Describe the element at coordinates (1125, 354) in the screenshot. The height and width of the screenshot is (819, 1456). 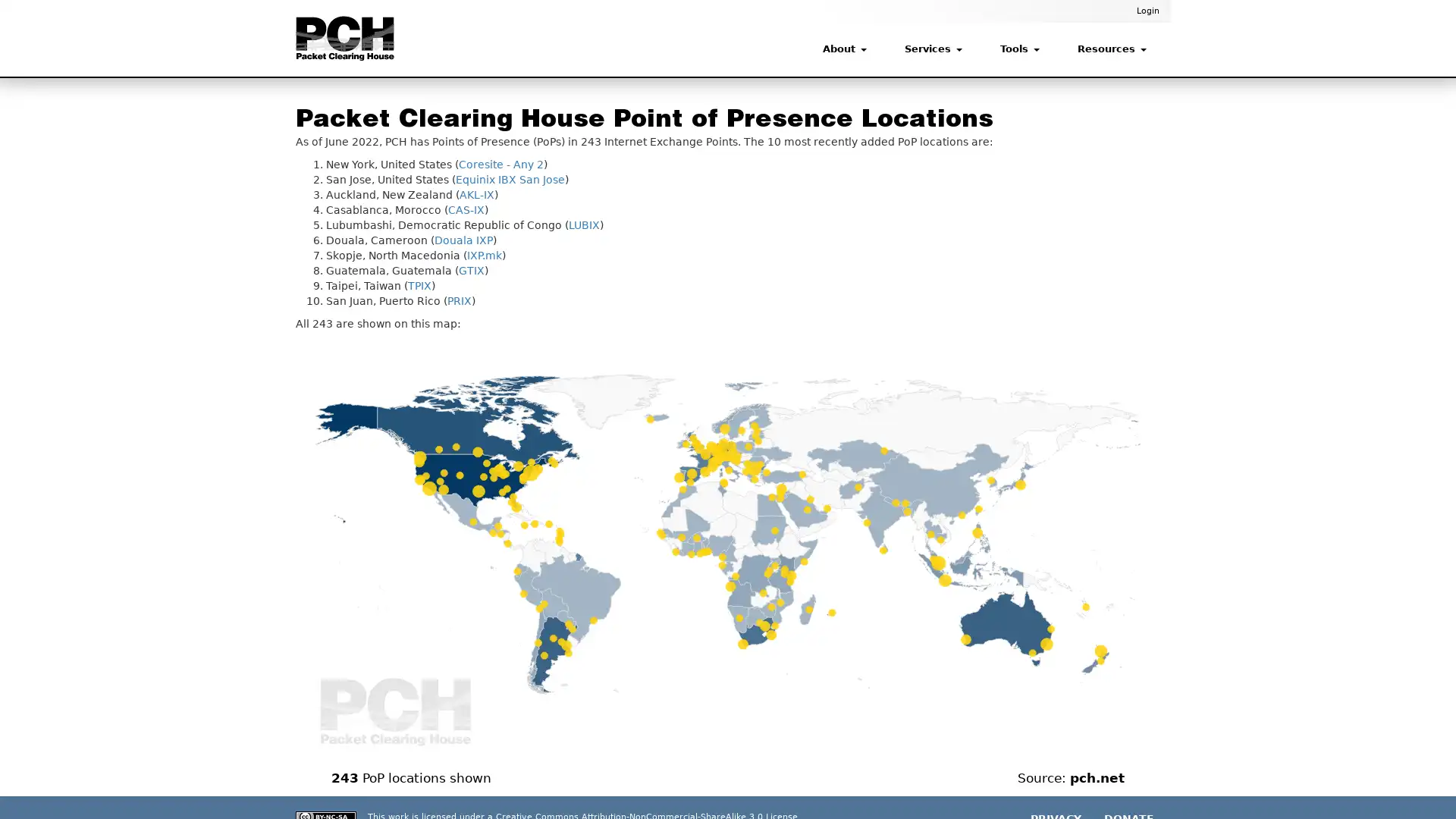
I see `Download` at that location.